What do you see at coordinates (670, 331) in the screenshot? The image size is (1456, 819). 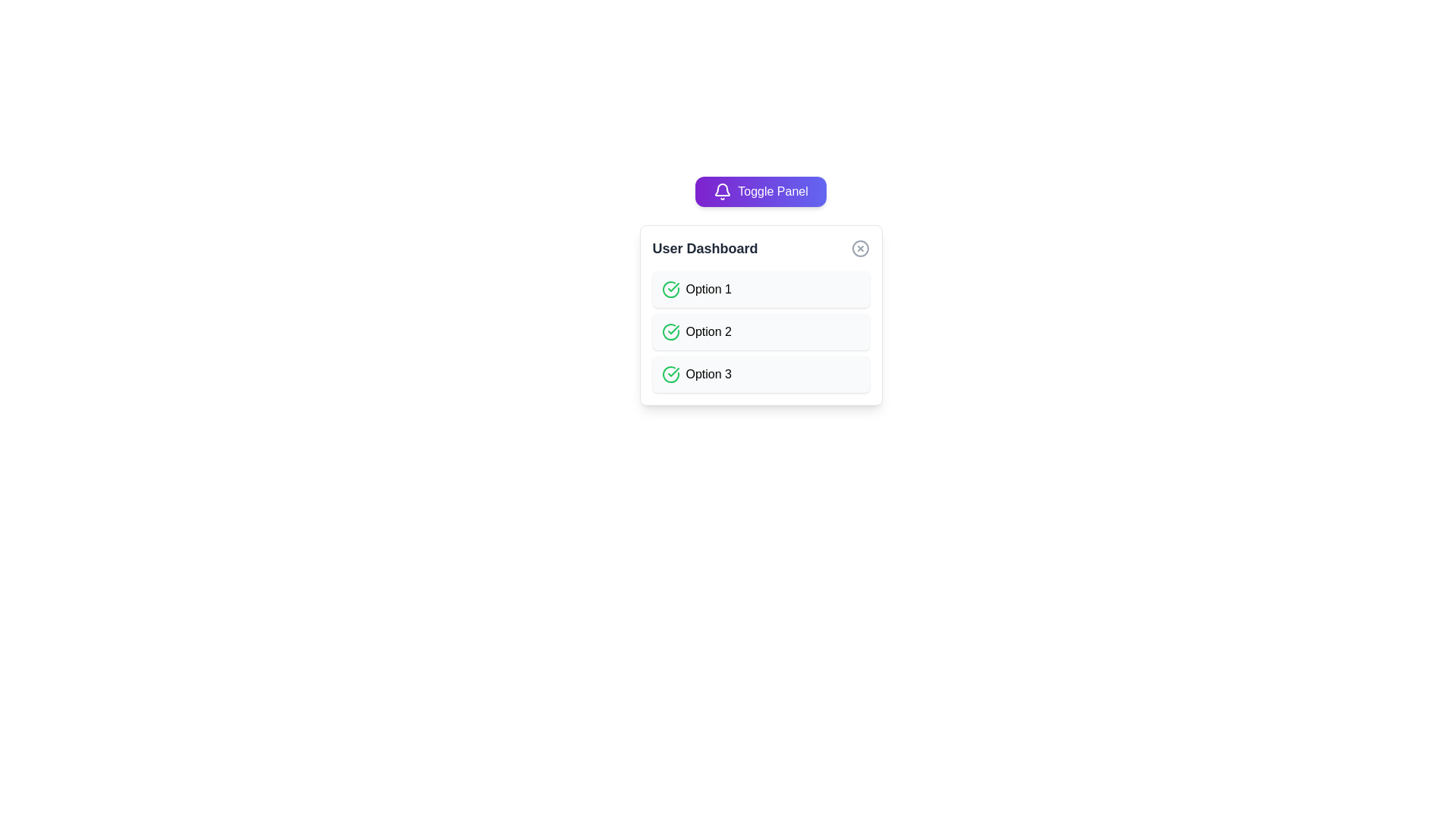 I see `the state of the green circular checkmark icon associated with 'Option 2' in the vertically stacked list` at bounding box center [670, 331].